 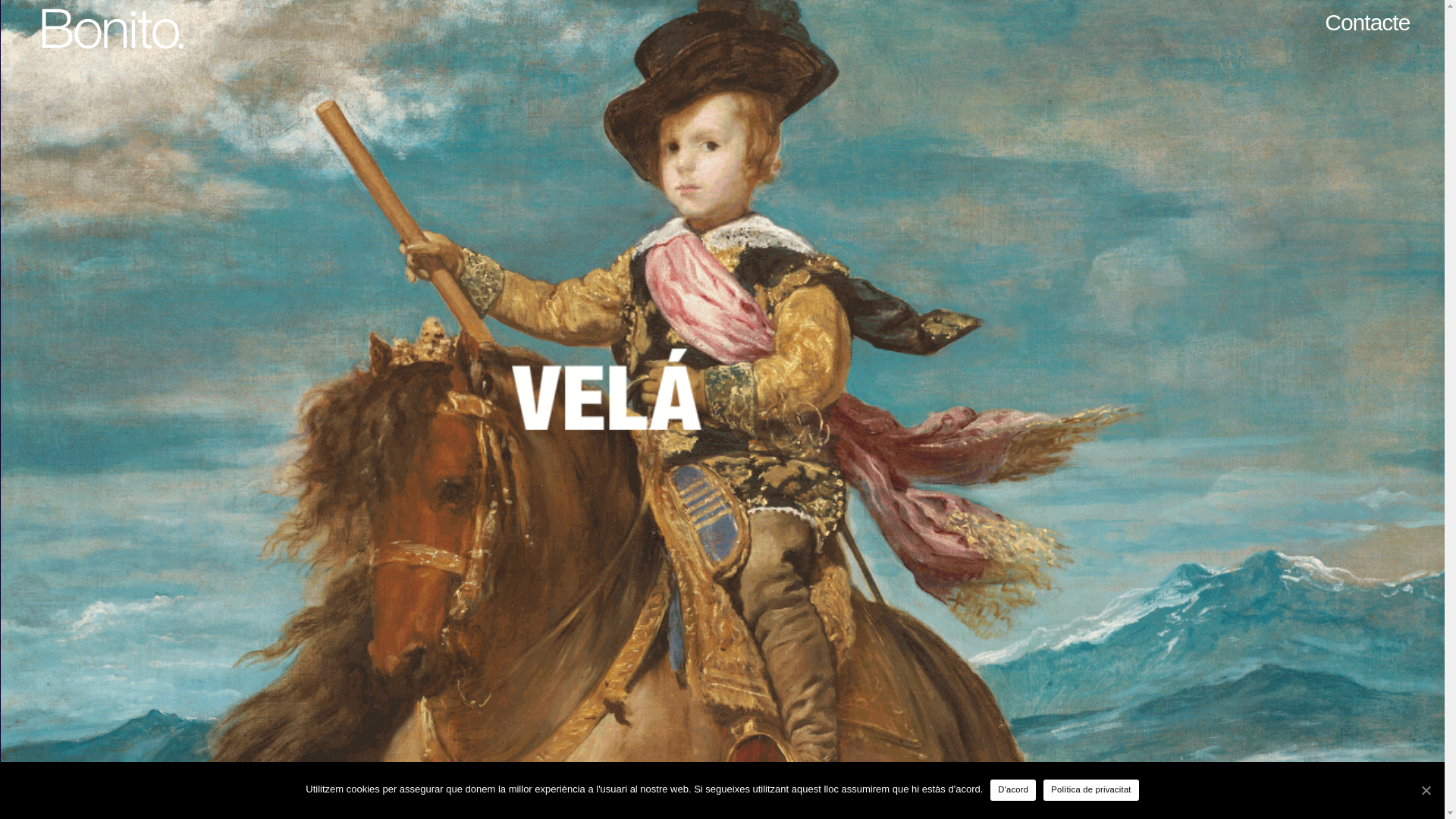 I want to click on 'D'acord', so click(x=990, y=789).